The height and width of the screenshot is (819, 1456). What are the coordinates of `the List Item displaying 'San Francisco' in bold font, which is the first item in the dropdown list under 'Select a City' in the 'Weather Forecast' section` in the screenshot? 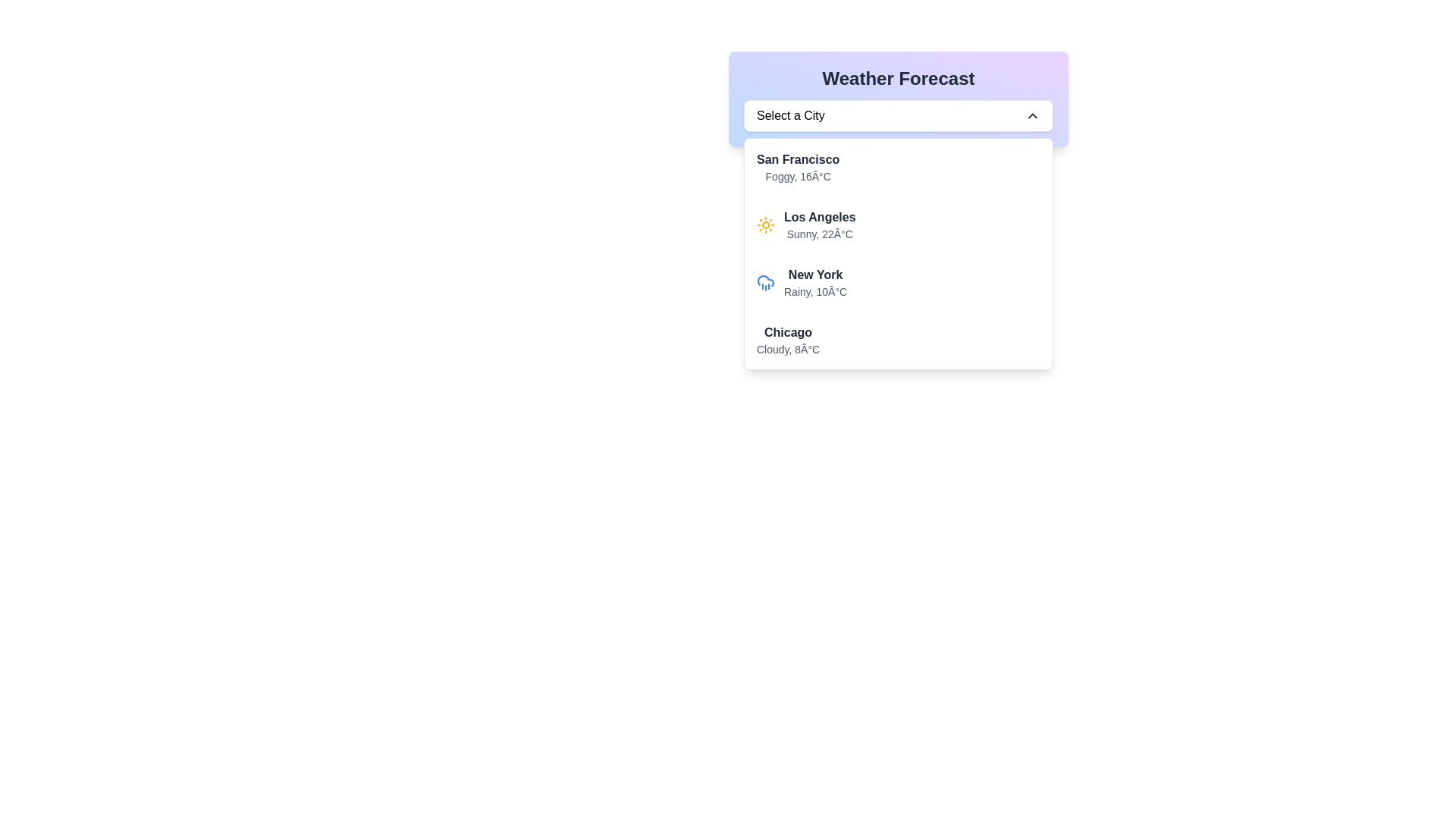 It's located at (899, 167).